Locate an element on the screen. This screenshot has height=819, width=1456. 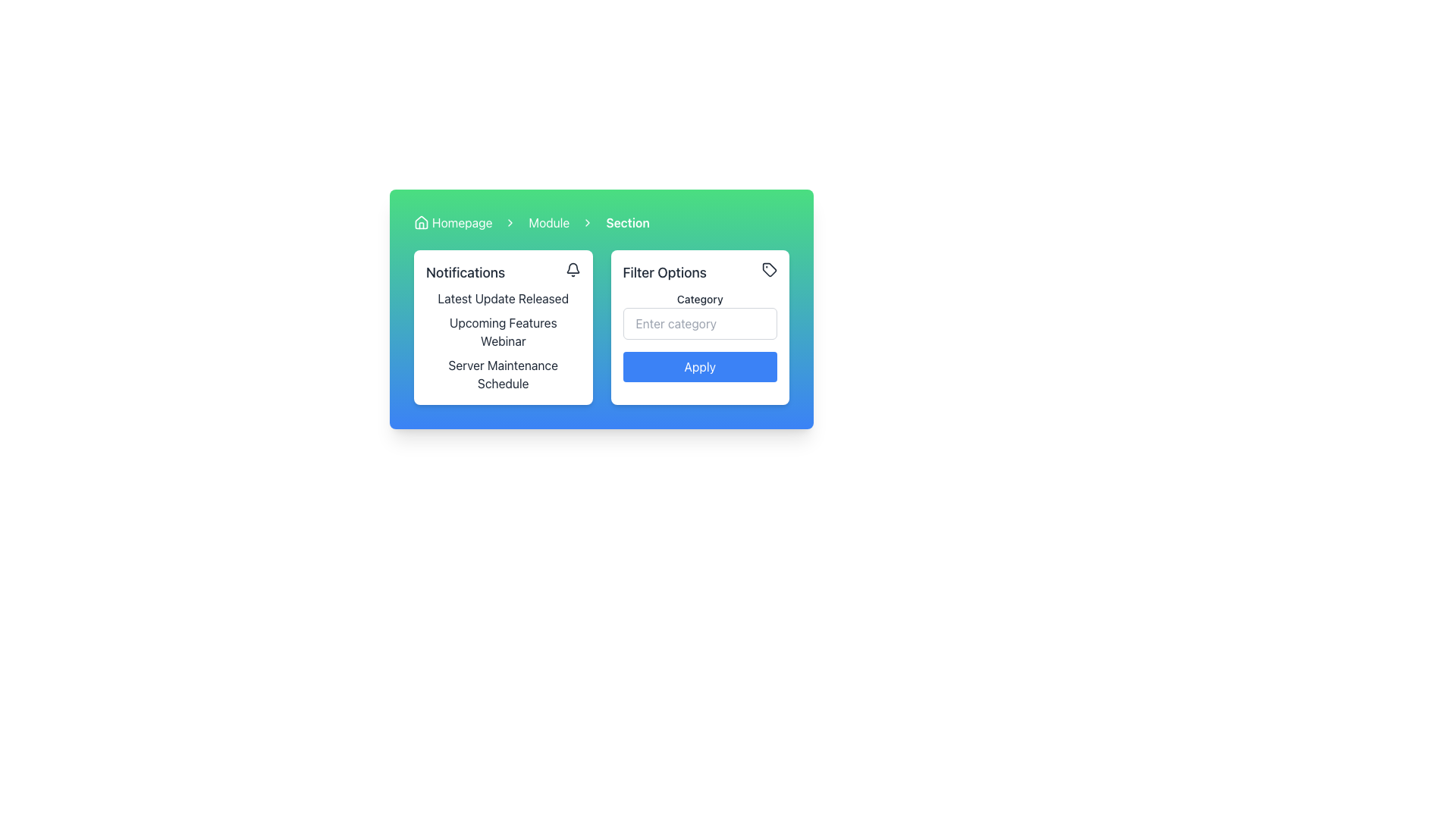
the filter options icon located in the top-right corner of the 'Filter Options' block, positioned above the input field and beside the red close button is located at coordinates (769, 268).